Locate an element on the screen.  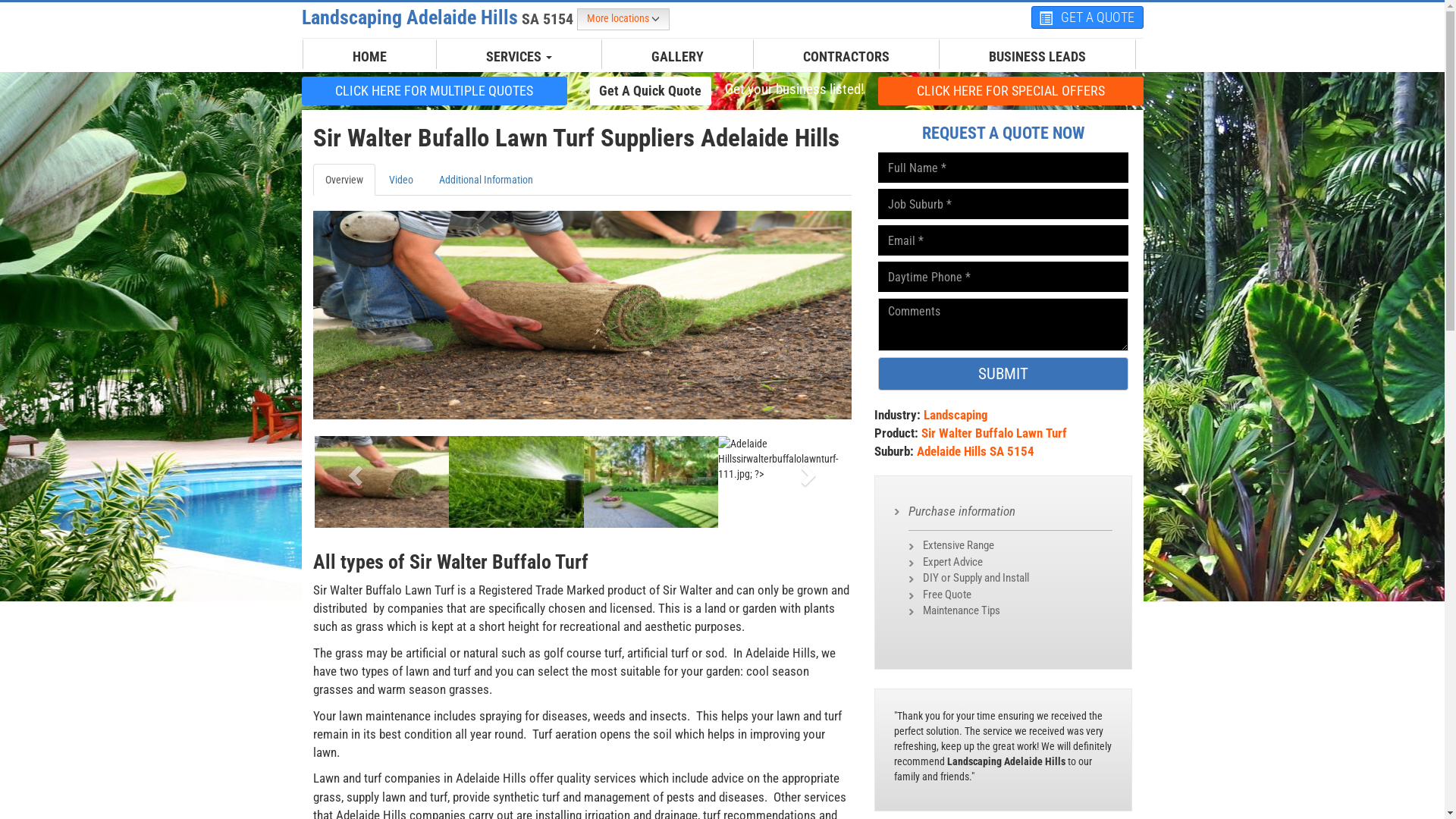
'SERVICES' is located at coordinates (473, 55).